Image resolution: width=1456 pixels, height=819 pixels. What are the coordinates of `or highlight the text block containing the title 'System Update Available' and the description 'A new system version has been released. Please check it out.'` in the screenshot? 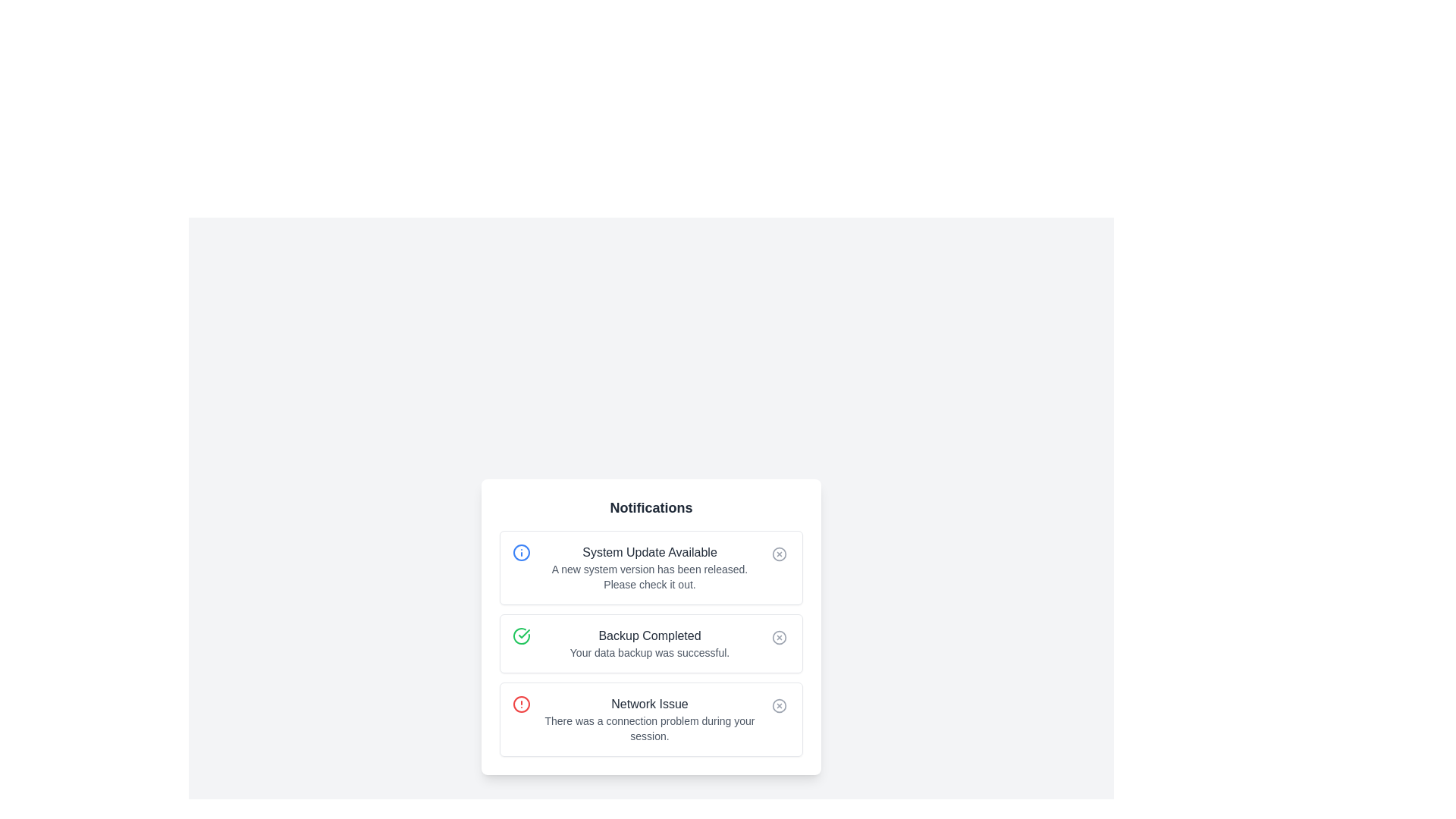 It's located at (650, 567).